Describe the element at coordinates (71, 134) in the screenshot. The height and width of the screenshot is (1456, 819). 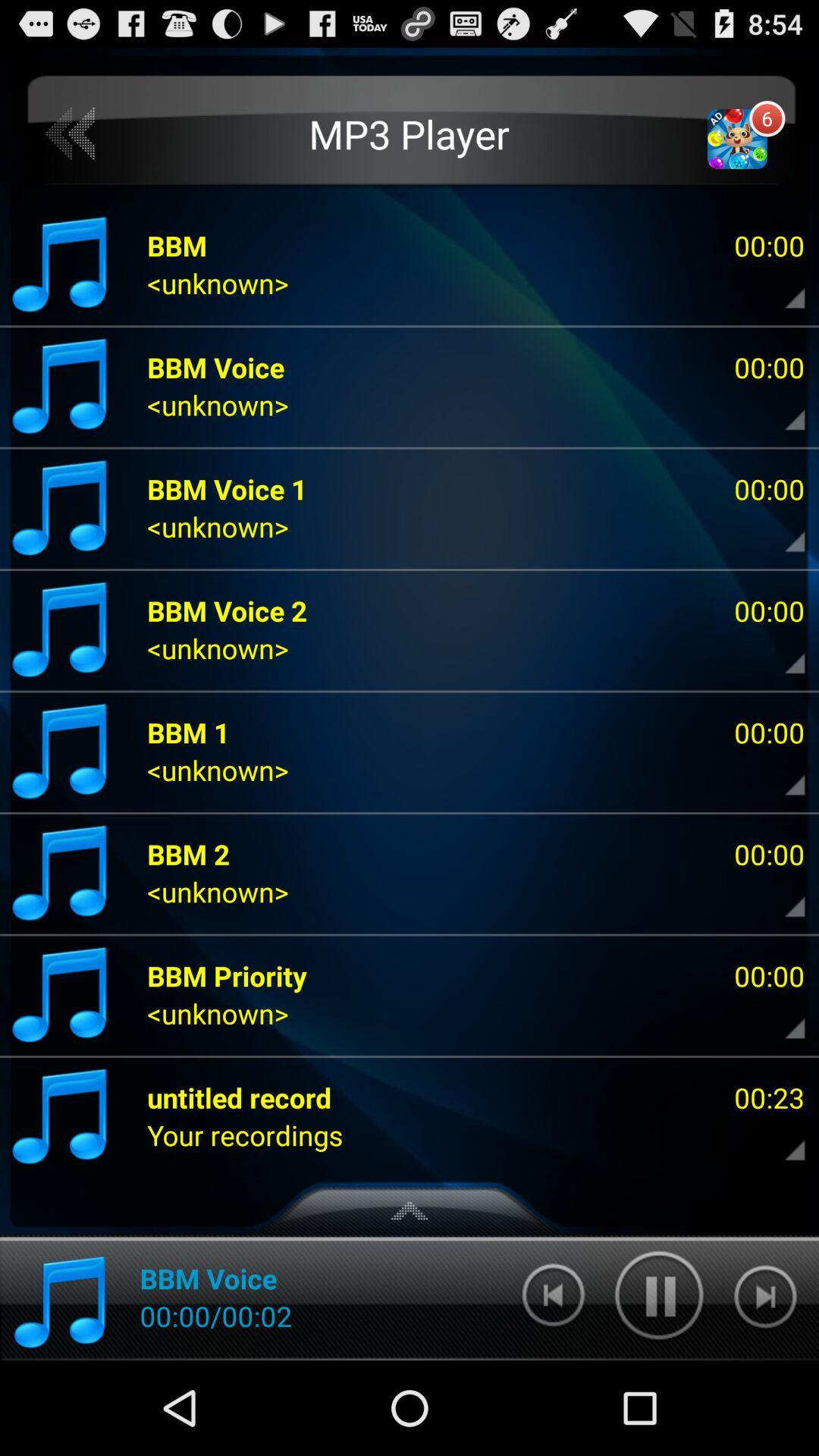
I see `the icon next to the mp3 player item` at that location.